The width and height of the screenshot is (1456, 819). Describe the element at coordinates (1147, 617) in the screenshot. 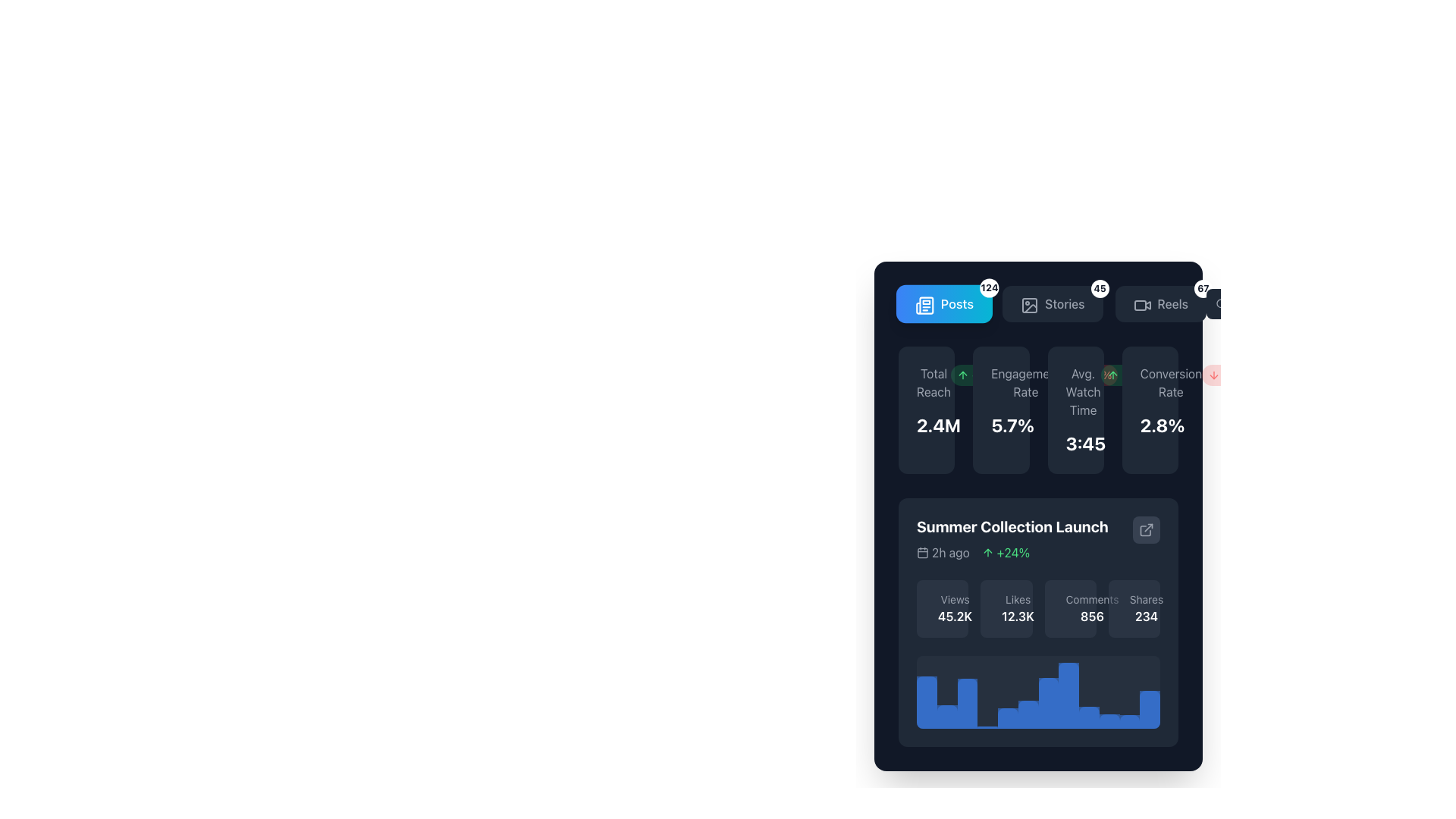

I see `the Text Label displaying the count of shares, located at the bottom-right corner of the statistic block under the 'Shares' label` at that location.